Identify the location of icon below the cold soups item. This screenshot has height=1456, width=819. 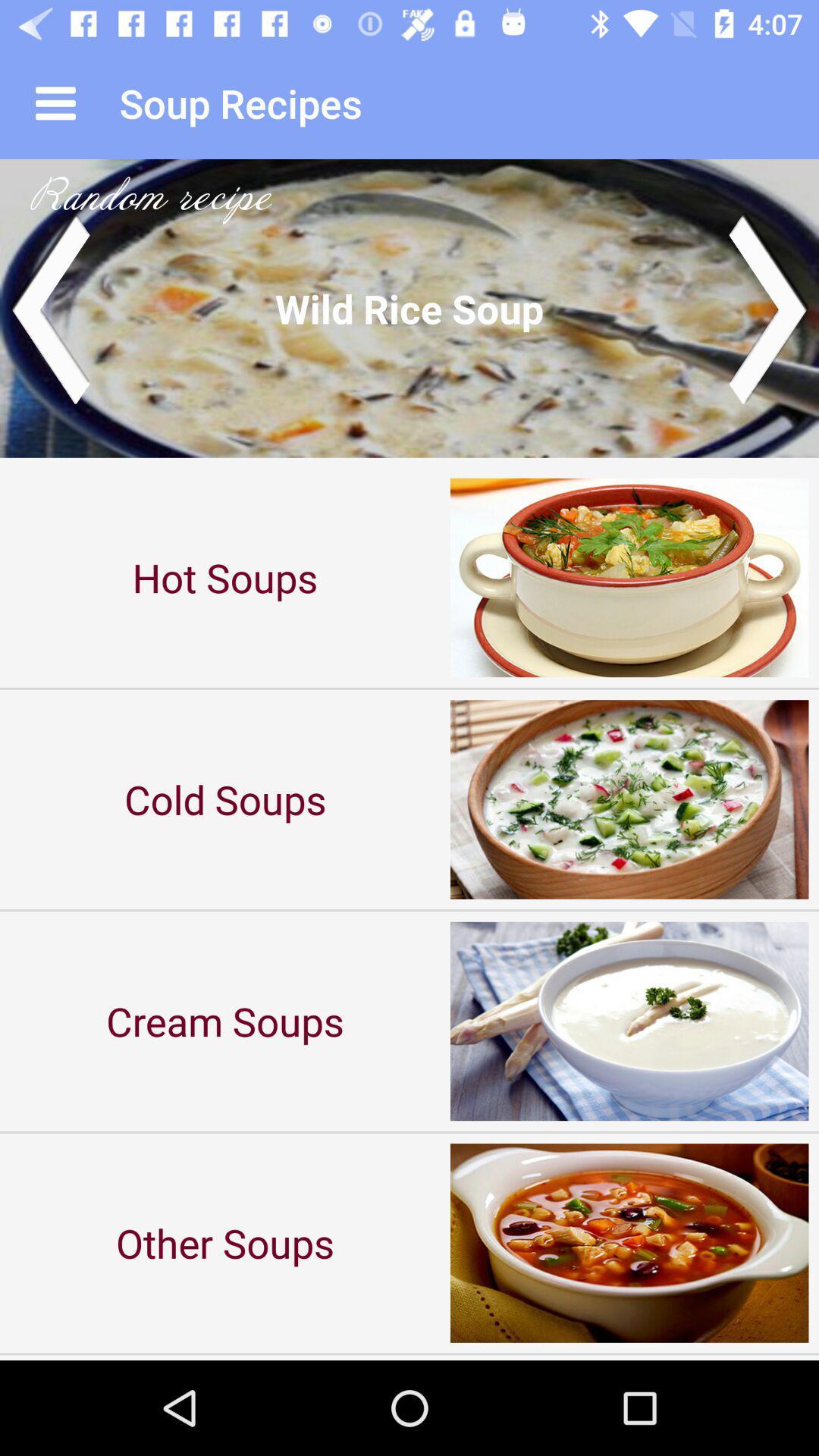
(225, 1021).